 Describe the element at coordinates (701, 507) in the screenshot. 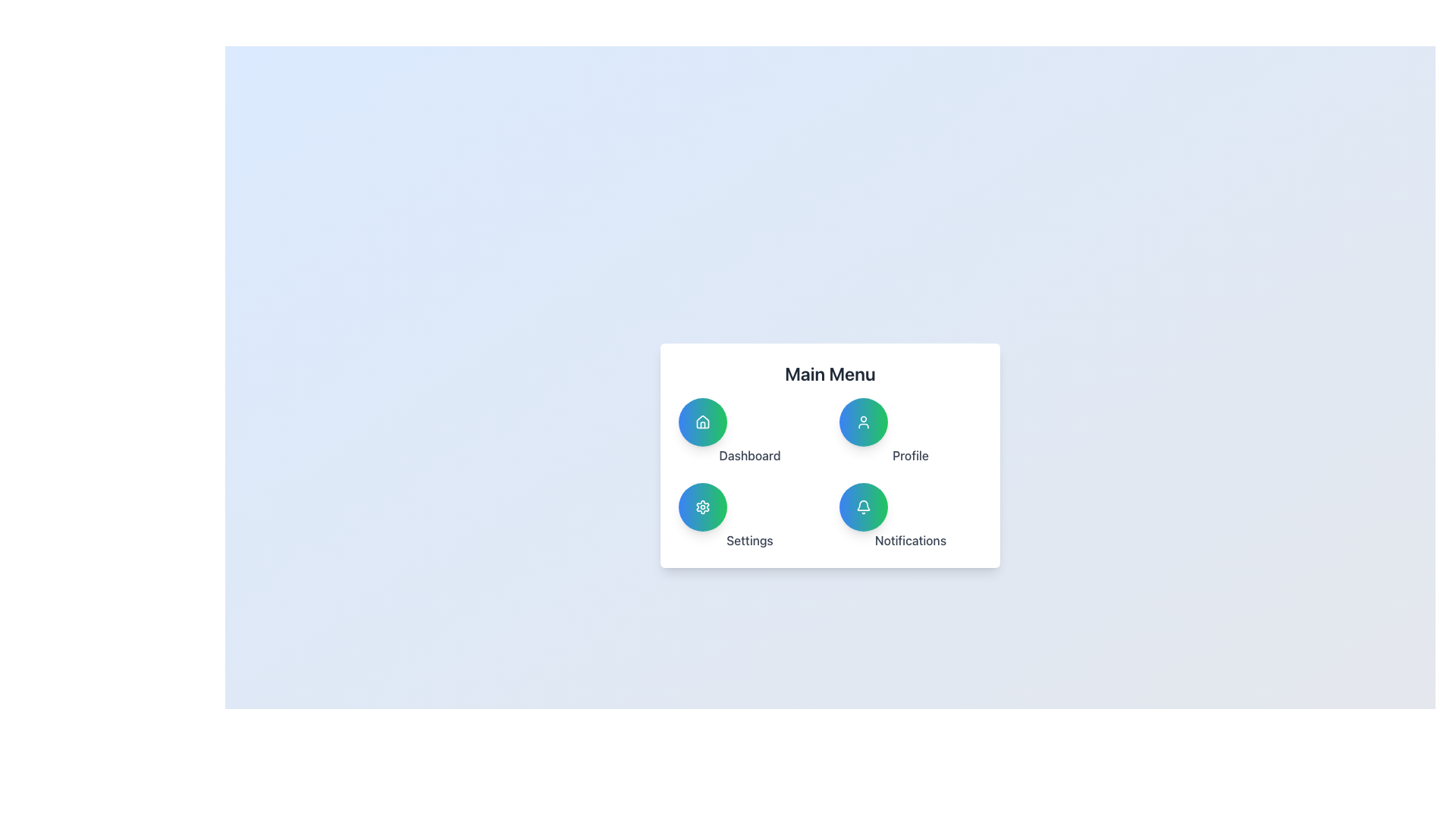

I see `the circular settings button with a gradient from blue to green, featuring a white gear icon, located in the 'Settings' menu section for accessibility` at that location.